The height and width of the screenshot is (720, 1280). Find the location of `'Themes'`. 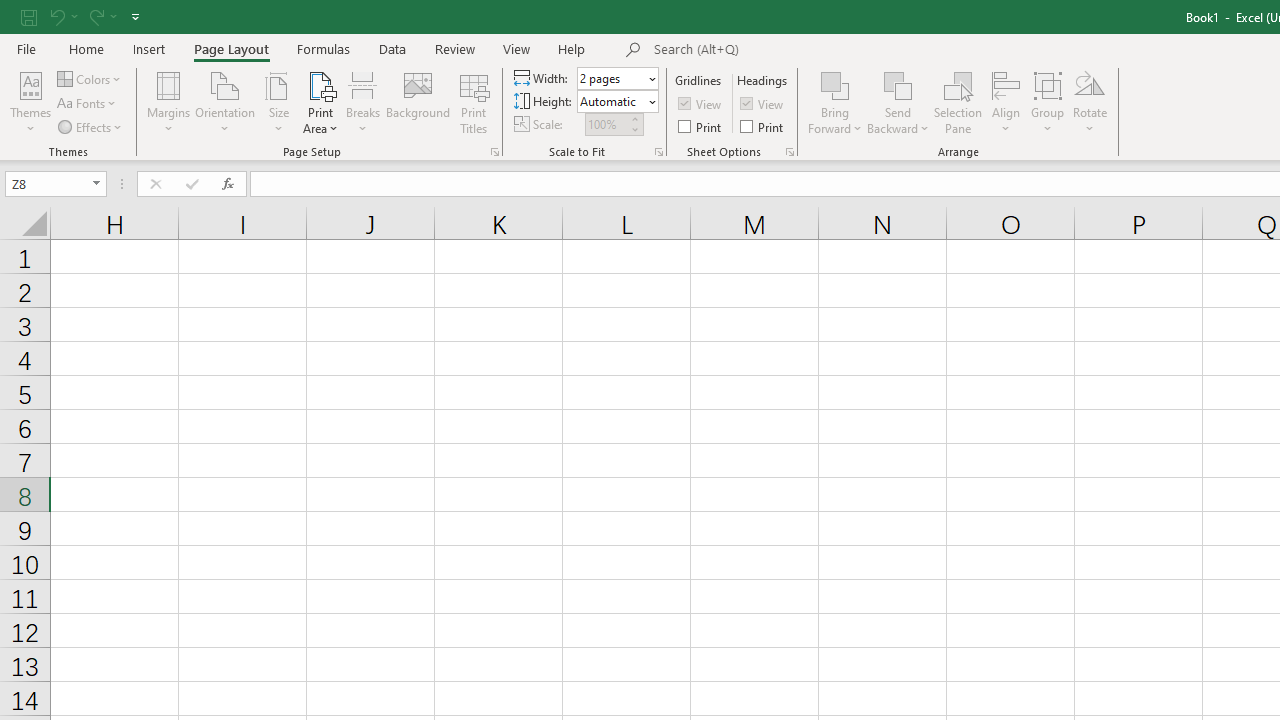

'Themes' is located at coordinates (30, 103).